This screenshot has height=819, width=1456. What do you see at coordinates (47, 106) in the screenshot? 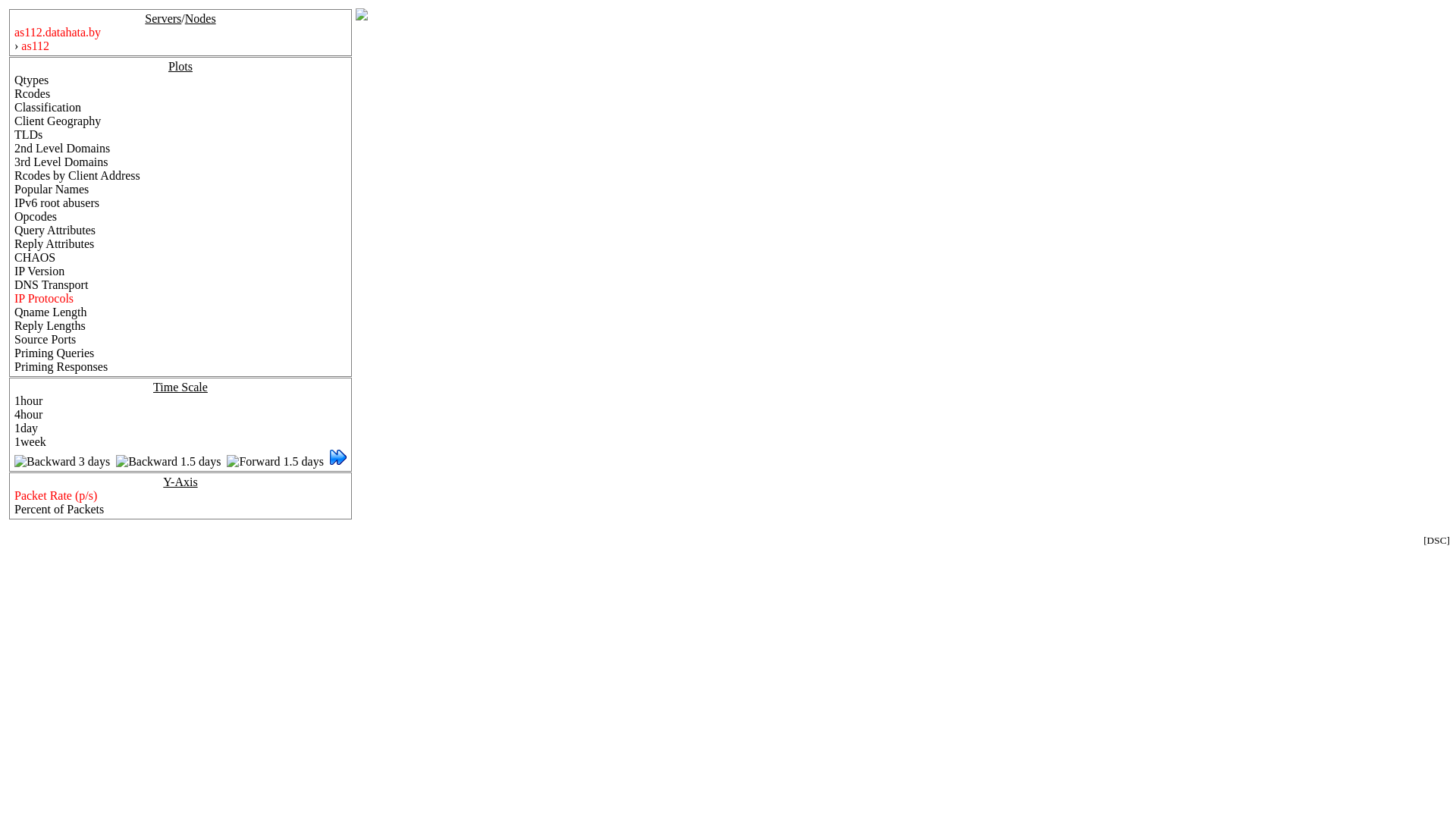
I see `'Classification'` at bounding box center [47, 106].